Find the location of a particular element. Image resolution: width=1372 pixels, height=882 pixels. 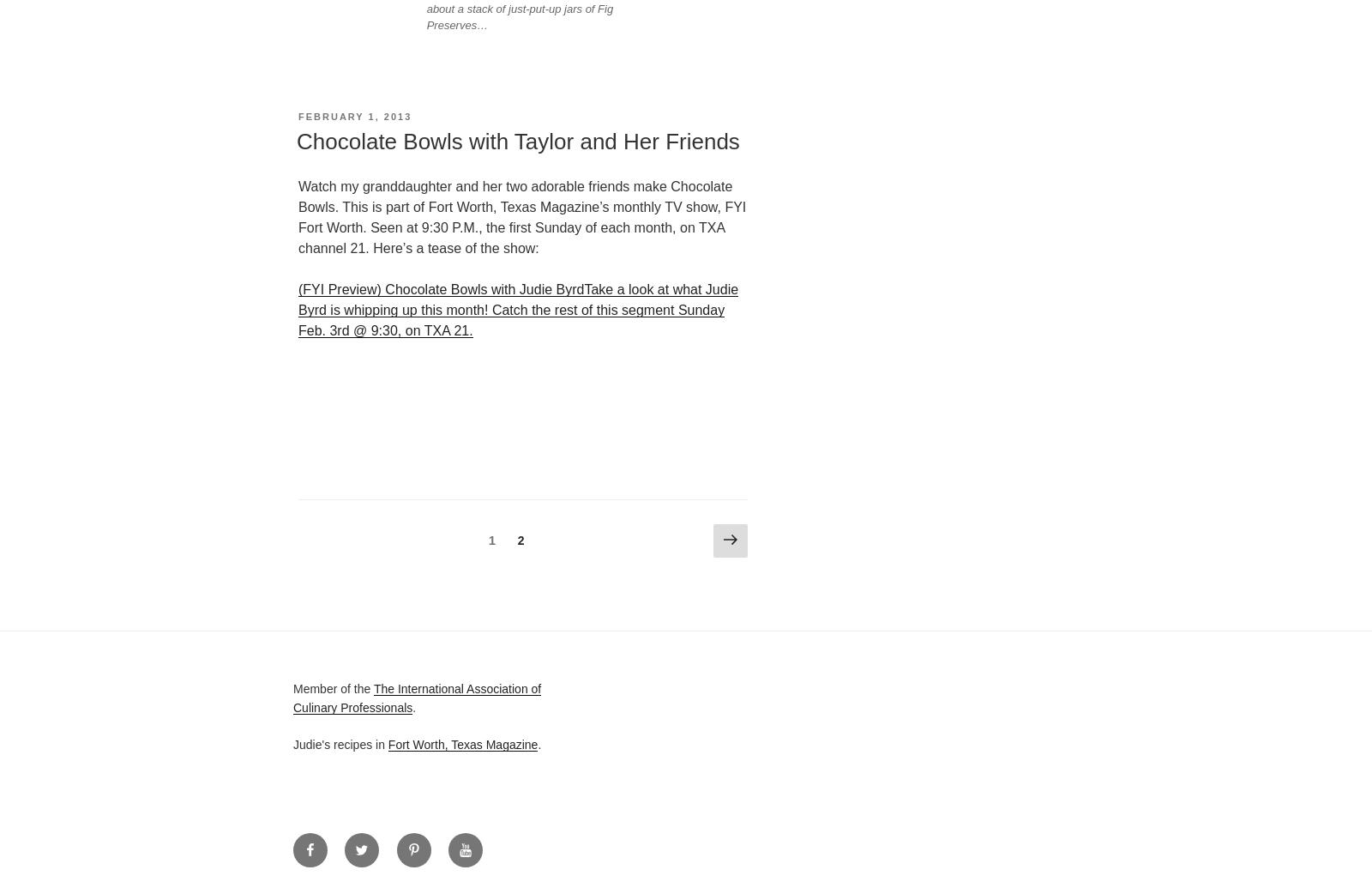

'Chocolate Bowls with Taylor and Her Friends' is located at coordinates (518, 141).